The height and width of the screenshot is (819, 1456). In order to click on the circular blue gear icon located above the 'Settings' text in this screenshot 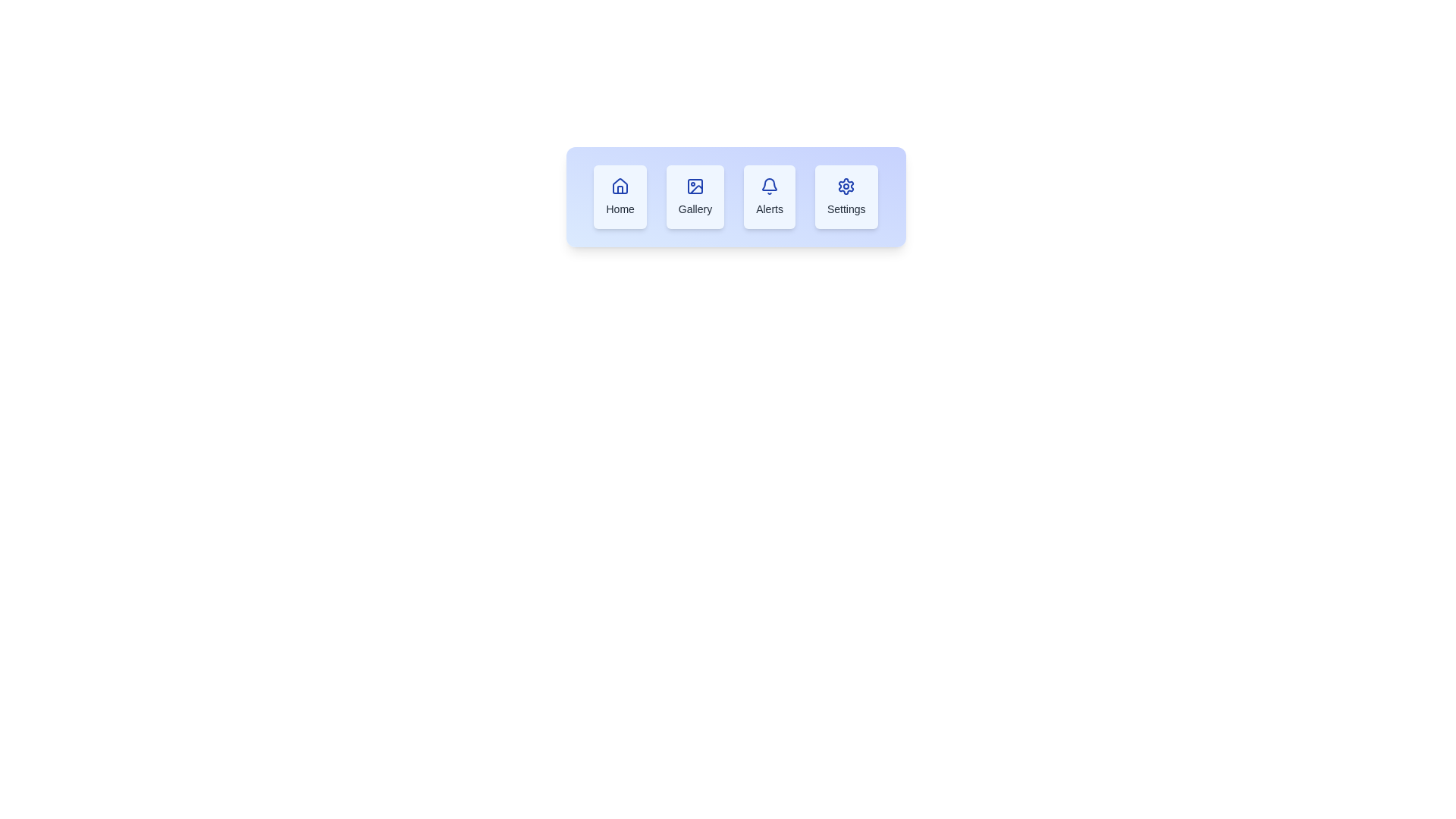, I will do `click(846, 186)`.